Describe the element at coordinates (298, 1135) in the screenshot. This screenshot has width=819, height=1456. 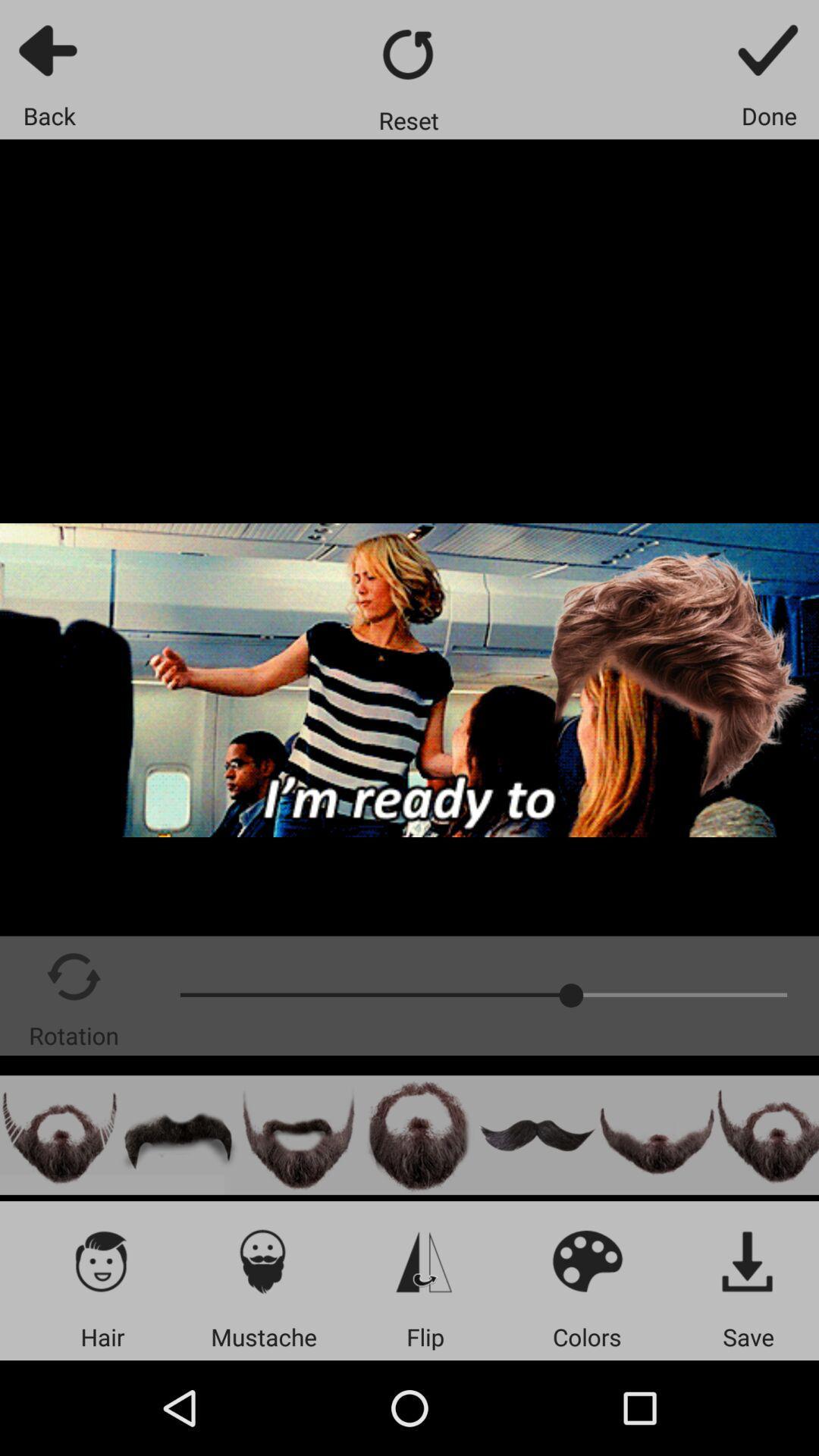
I see `full beard` at that location.